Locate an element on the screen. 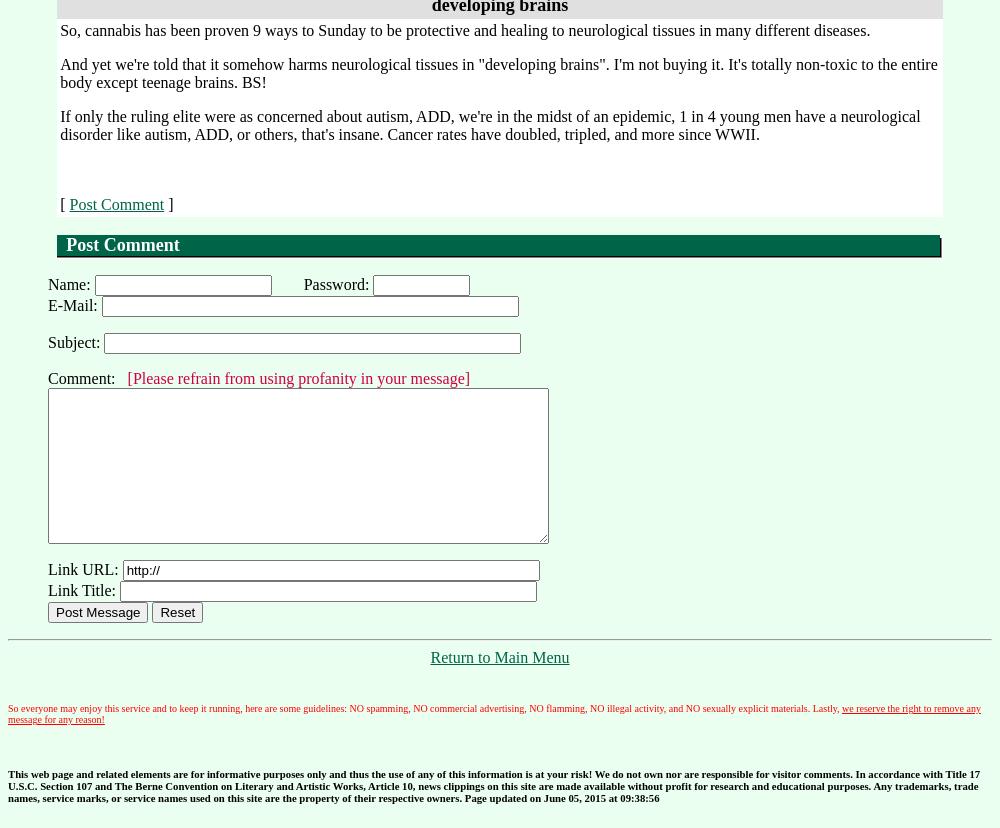 This screenshot has height=828, width=1000. 'And yet we're told that it somehow harms neurological tissues in "developing brains".  I'm not buying it.  It's totally non-toxic to the entire body except teenage brains.  BS!' is located at coordinates (497, 73).